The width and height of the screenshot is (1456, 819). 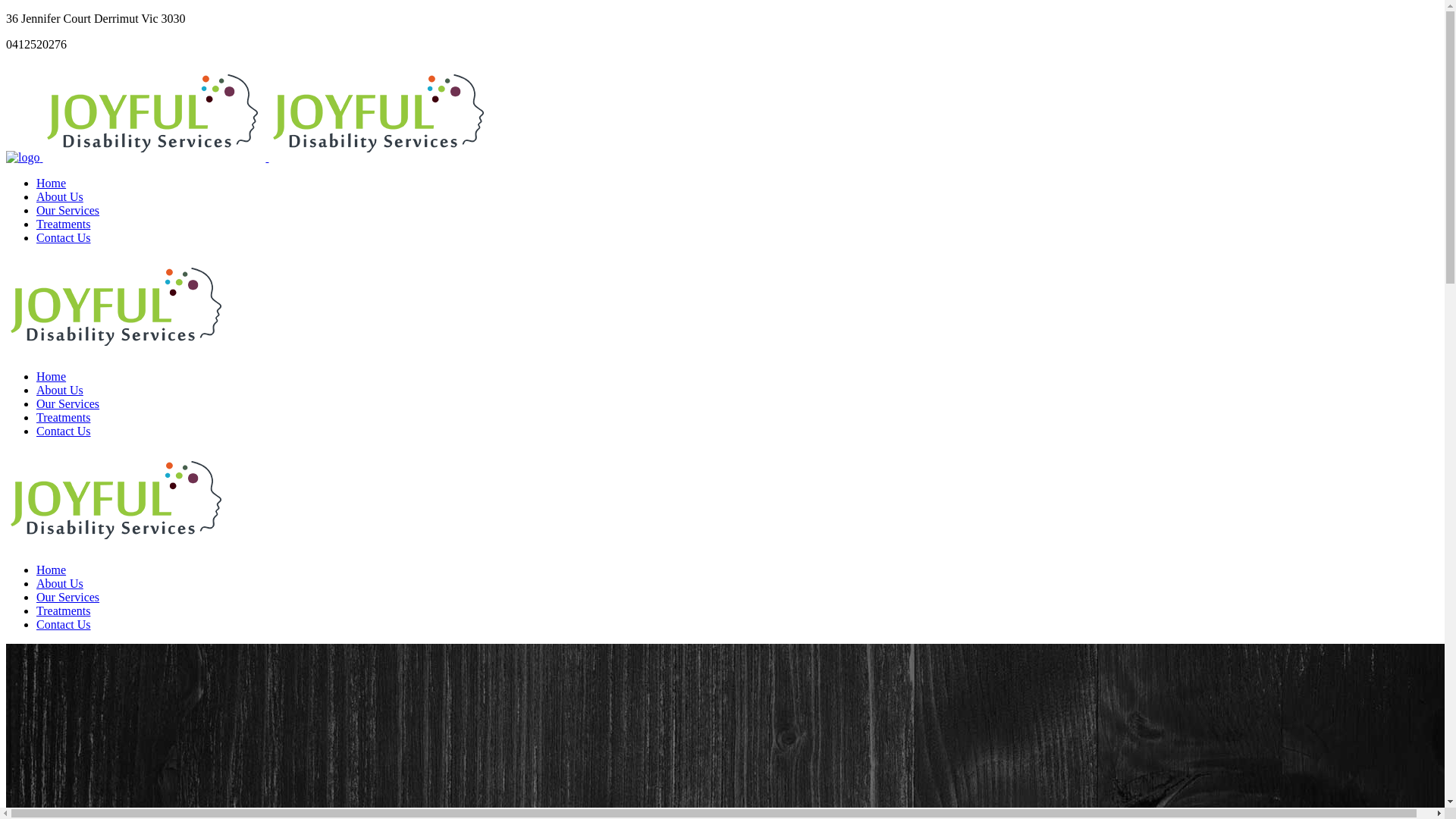 I want to click on 'About Us', so click(x=59, y=389).